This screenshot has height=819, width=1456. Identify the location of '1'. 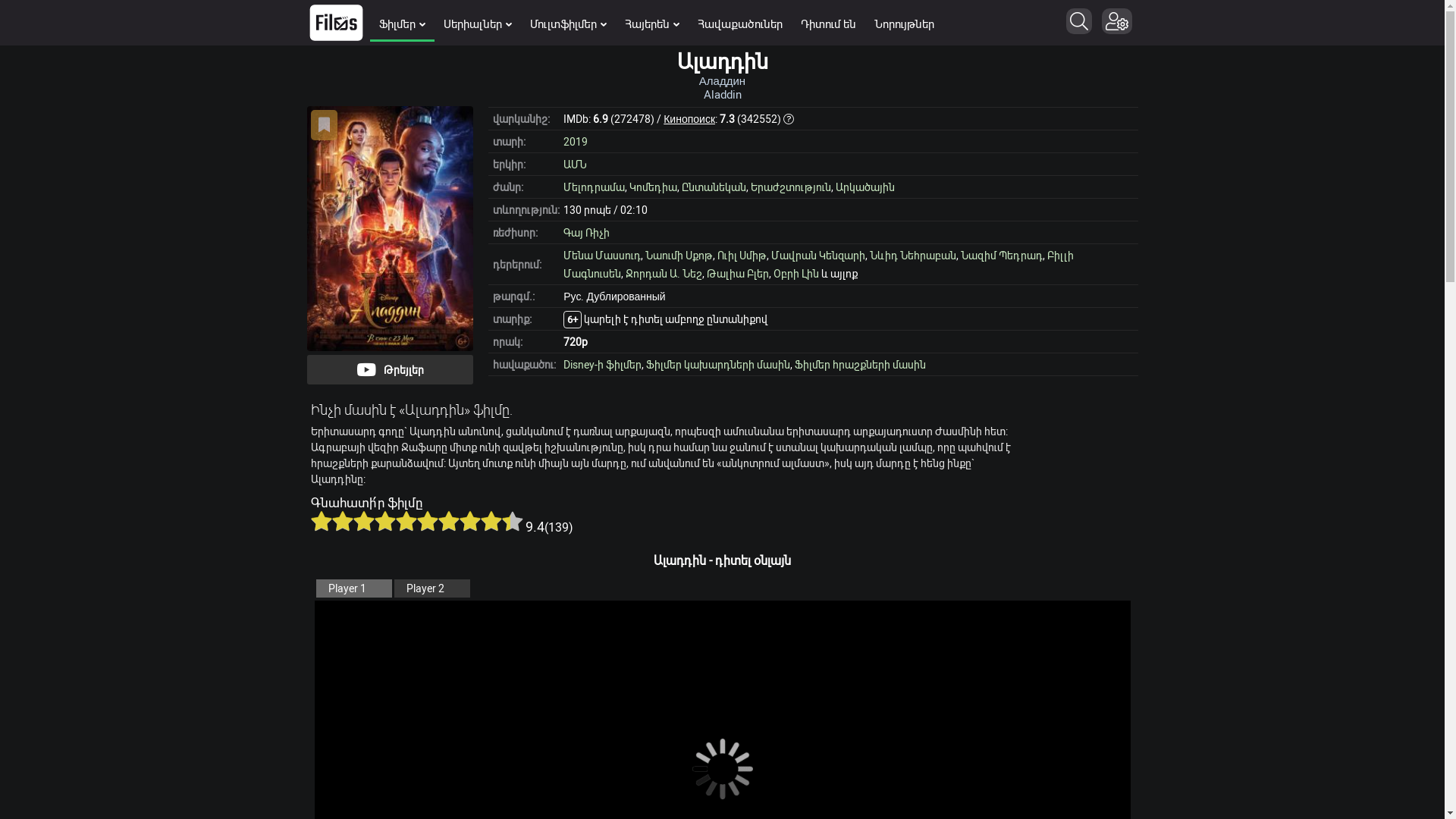
(320, 519).